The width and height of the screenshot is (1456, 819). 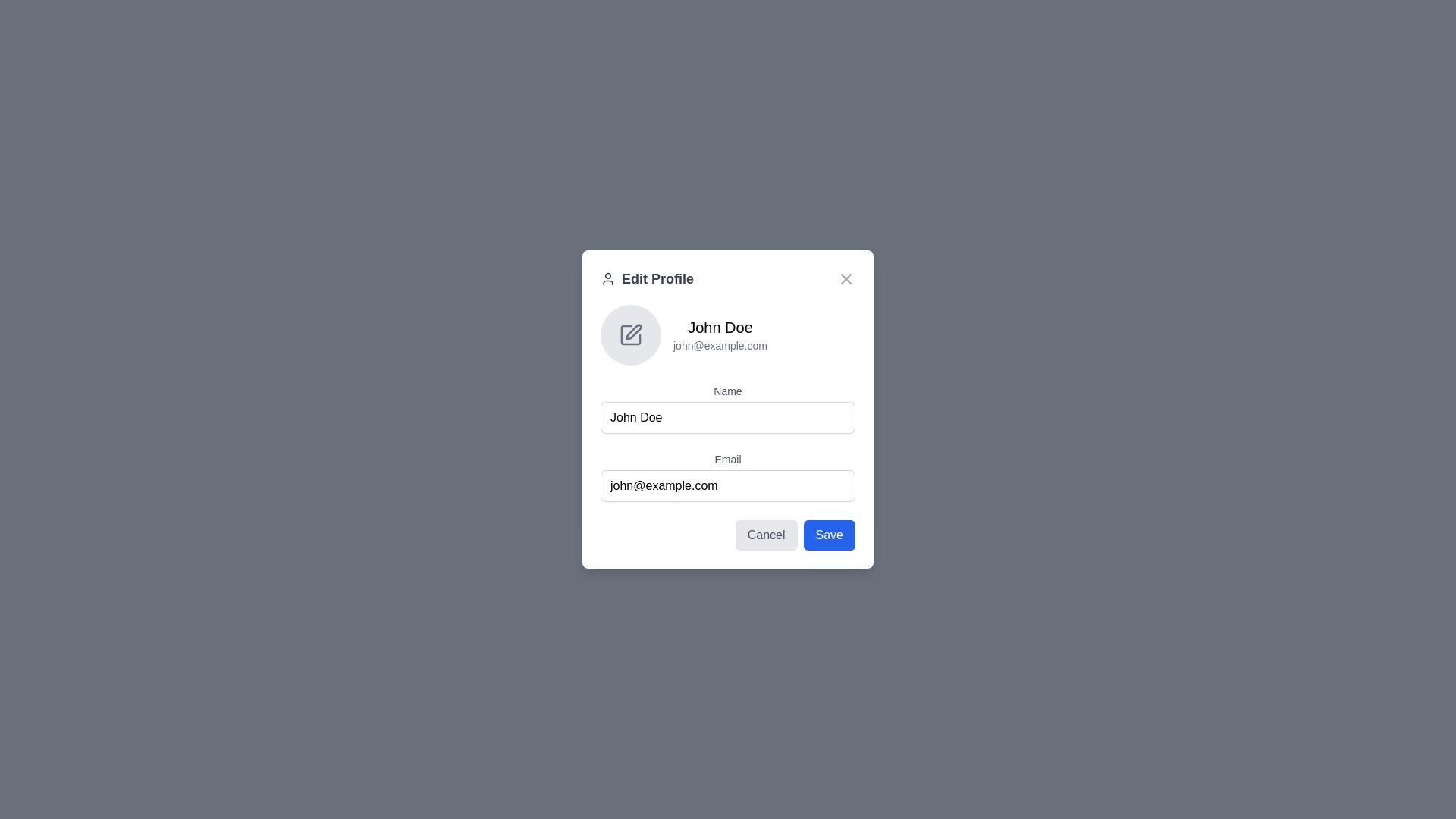 I want to click on the user profile editing SVG icon located at the top-left corner of the modal window, which visually cues the 'Edit Profile' text, so click(x=607, y=278).